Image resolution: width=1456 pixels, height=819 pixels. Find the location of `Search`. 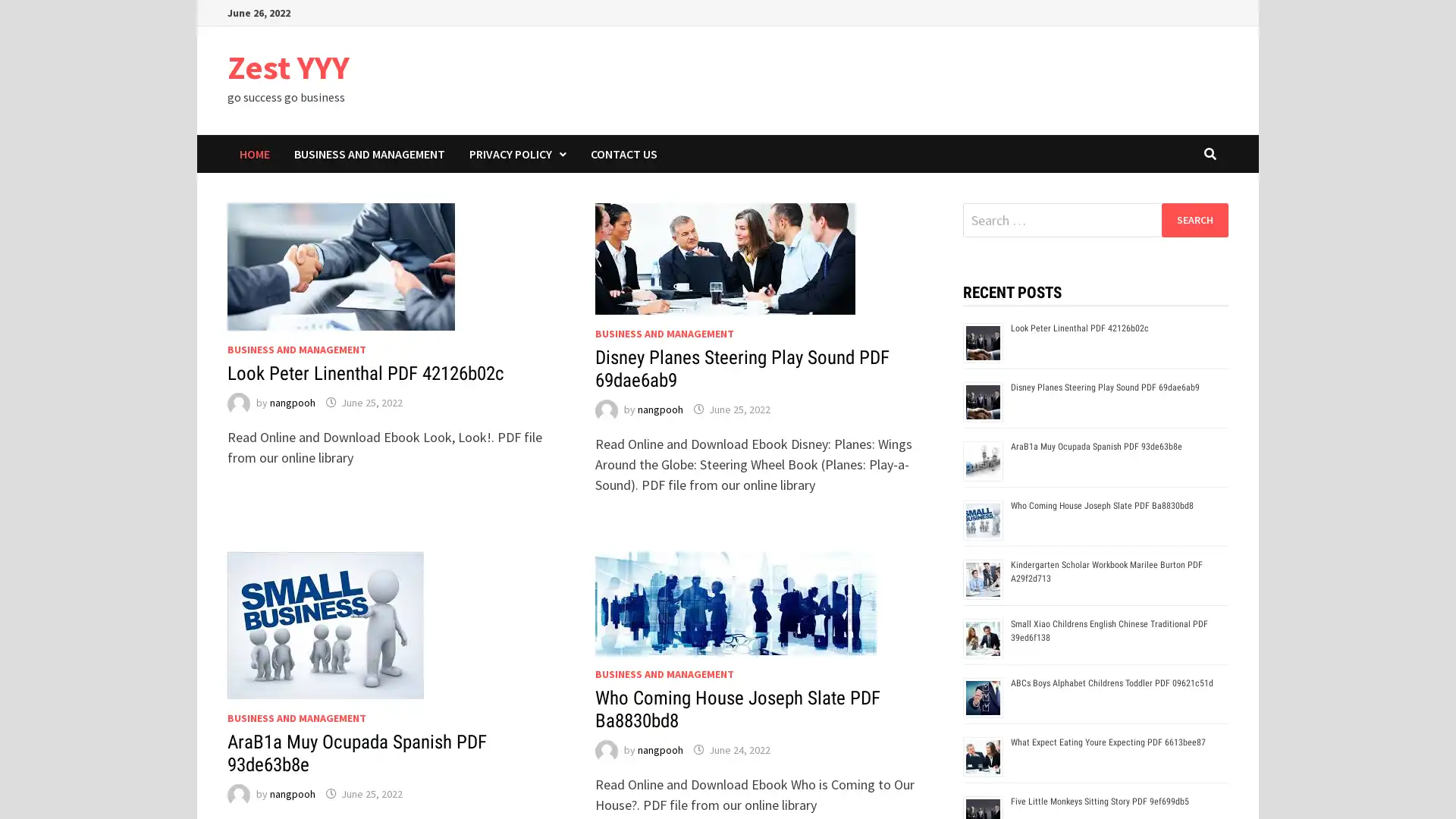

Search is located at coordinates (1194, 219).